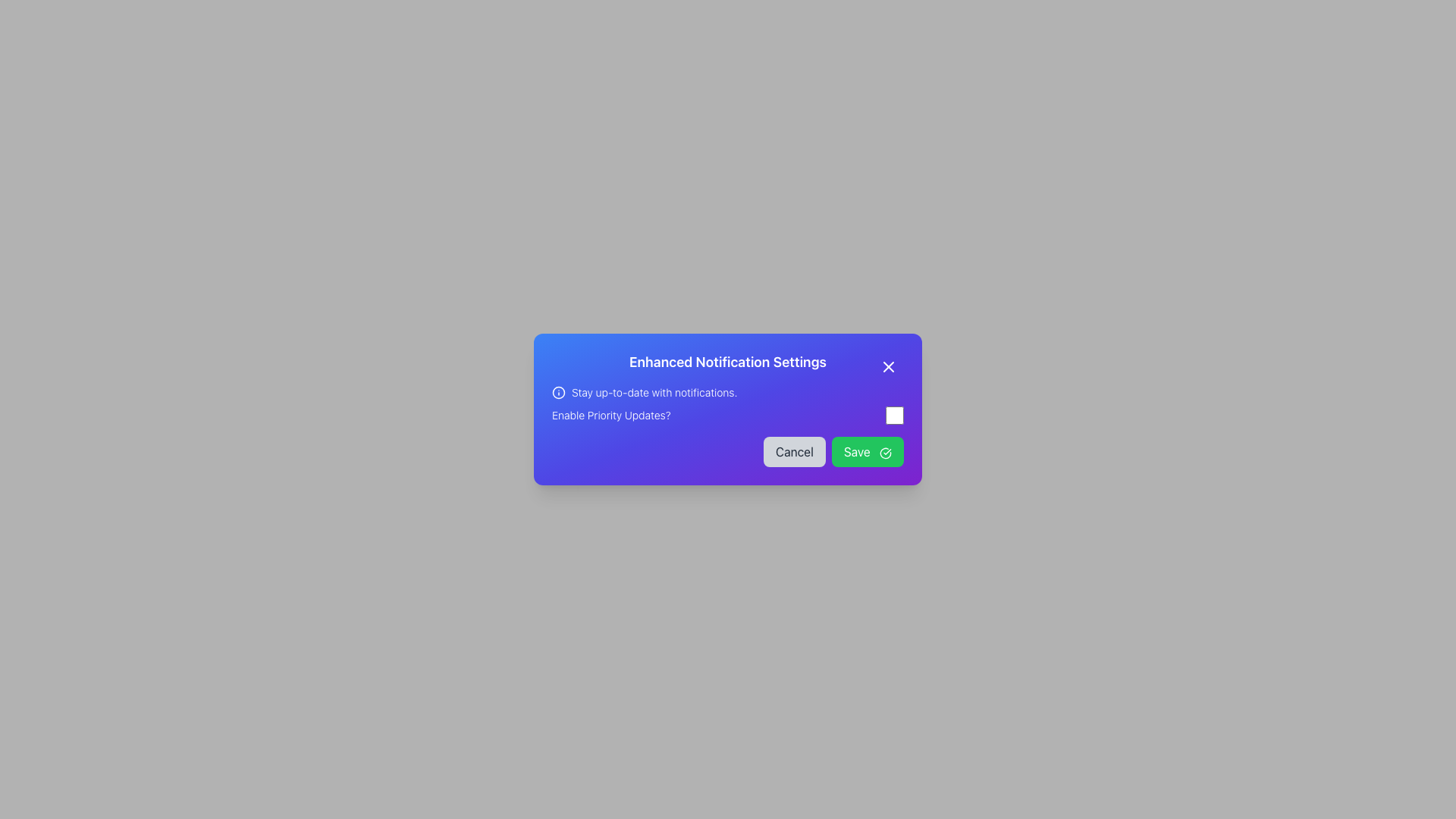 The width and height of the screenshot is (1456, 819). Describe the element at coordinates (558, 391) in the screenshot. I see `the circular information icon located to the left of the text 'Stay up-to-date with notifications.' in the modal's content area` at that location.